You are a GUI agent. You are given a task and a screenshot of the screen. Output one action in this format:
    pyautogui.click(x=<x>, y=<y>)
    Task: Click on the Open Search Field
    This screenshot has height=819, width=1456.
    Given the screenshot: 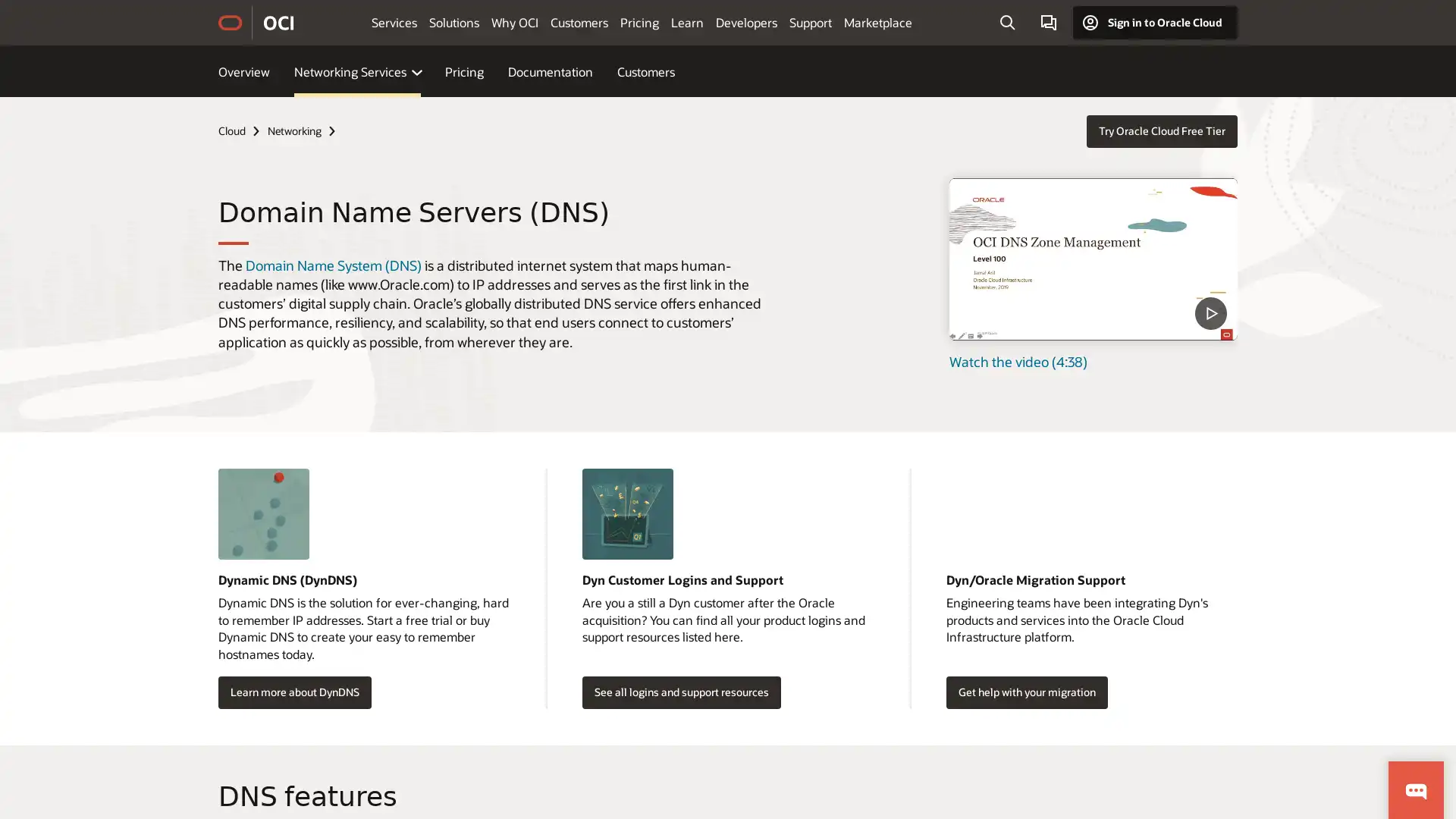 What is the action you would take?
    pyautogui.click(x=1007, y=23)
    